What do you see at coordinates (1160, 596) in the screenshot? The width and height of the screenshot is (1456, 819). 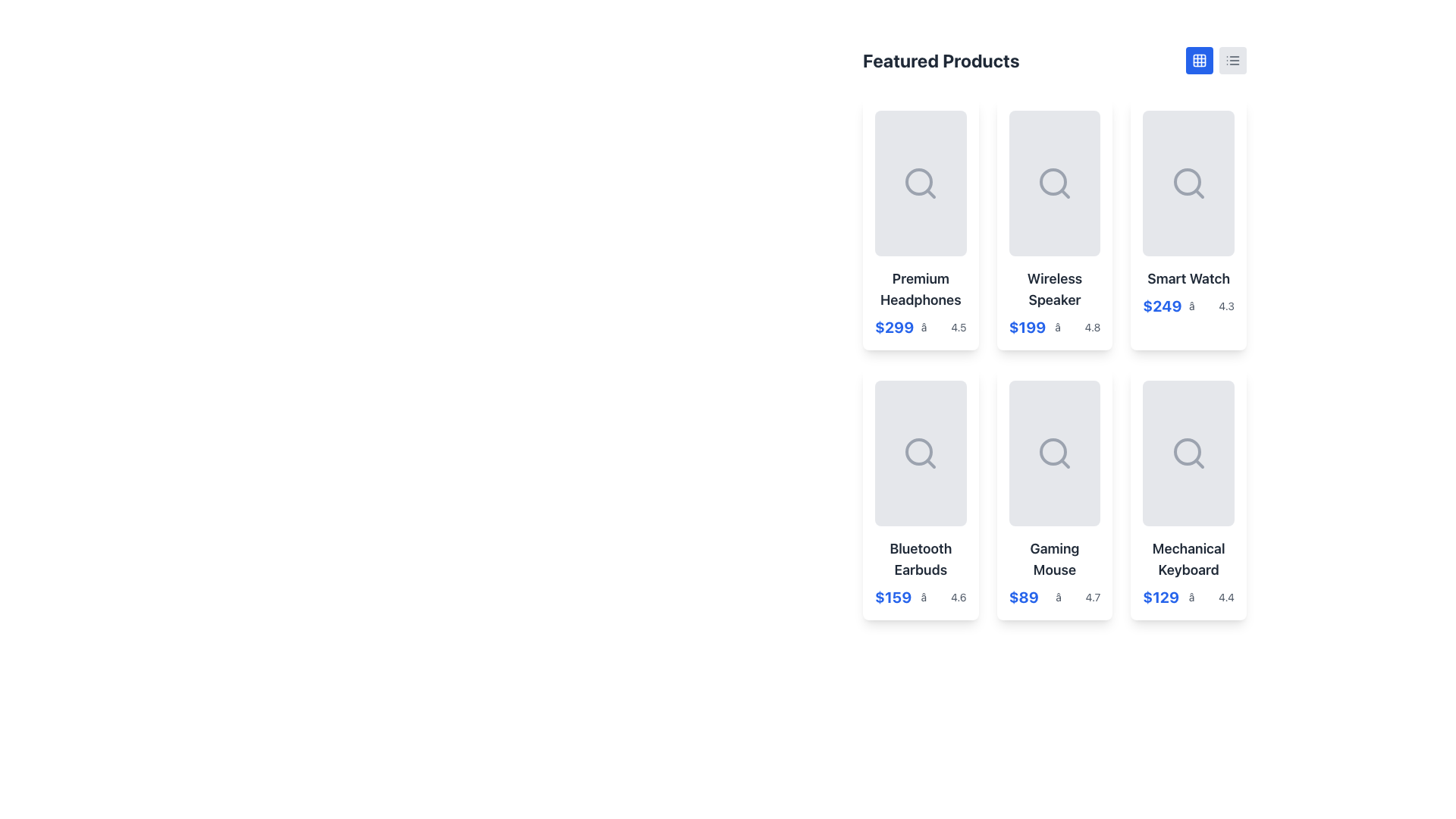 I see `text content of the Text Label displaying '$129' in bold blue font located at the bottom section of the 'Mechanical Keyboard' card in the product grid` at bounding box center [1160, 596].